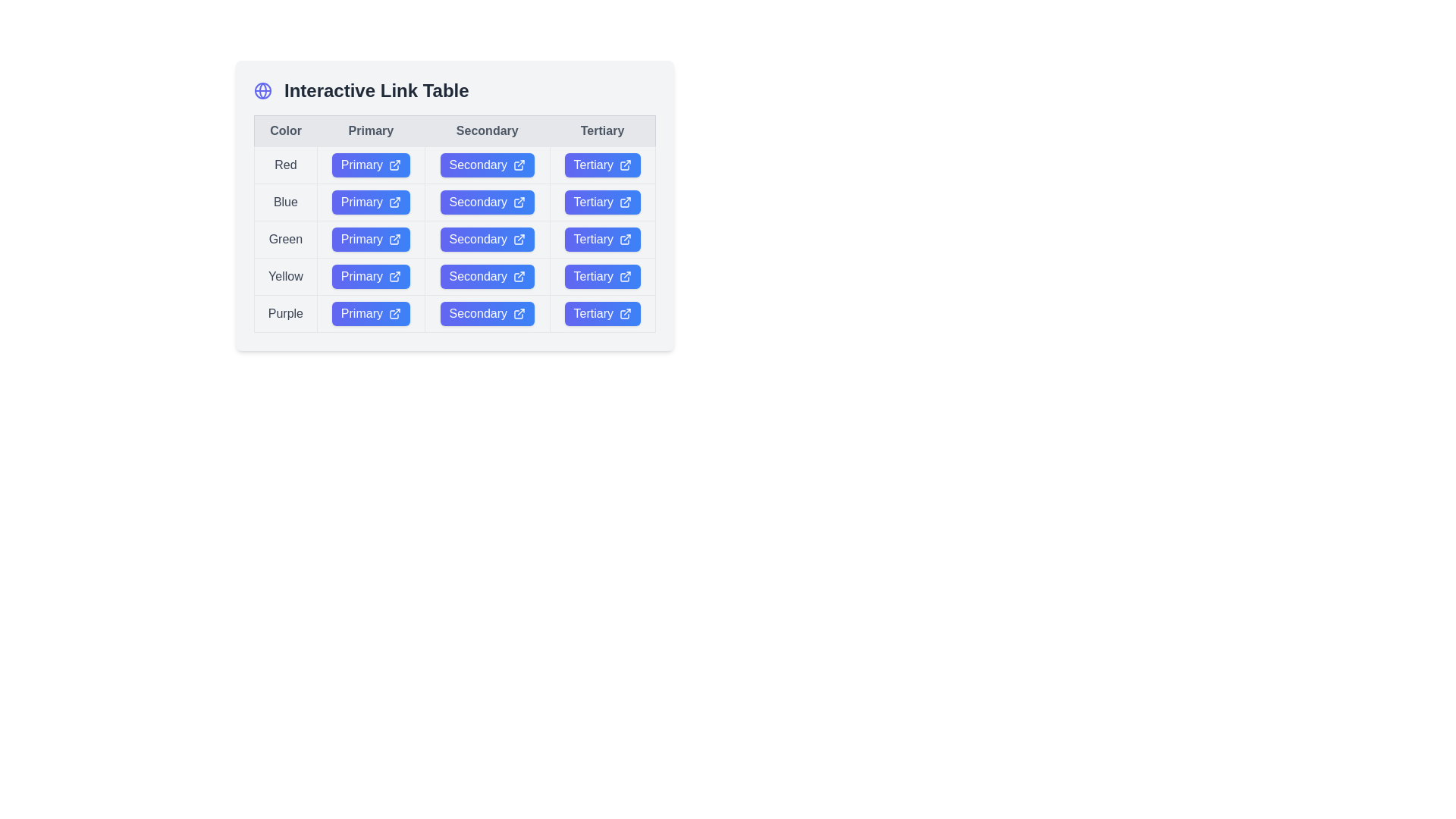 The height and width of the screenshot is (819, 1456). I want to click on the 'Red' button located under the 'Secondary' column in the first row for keyboard interaction, so click(487, 165).